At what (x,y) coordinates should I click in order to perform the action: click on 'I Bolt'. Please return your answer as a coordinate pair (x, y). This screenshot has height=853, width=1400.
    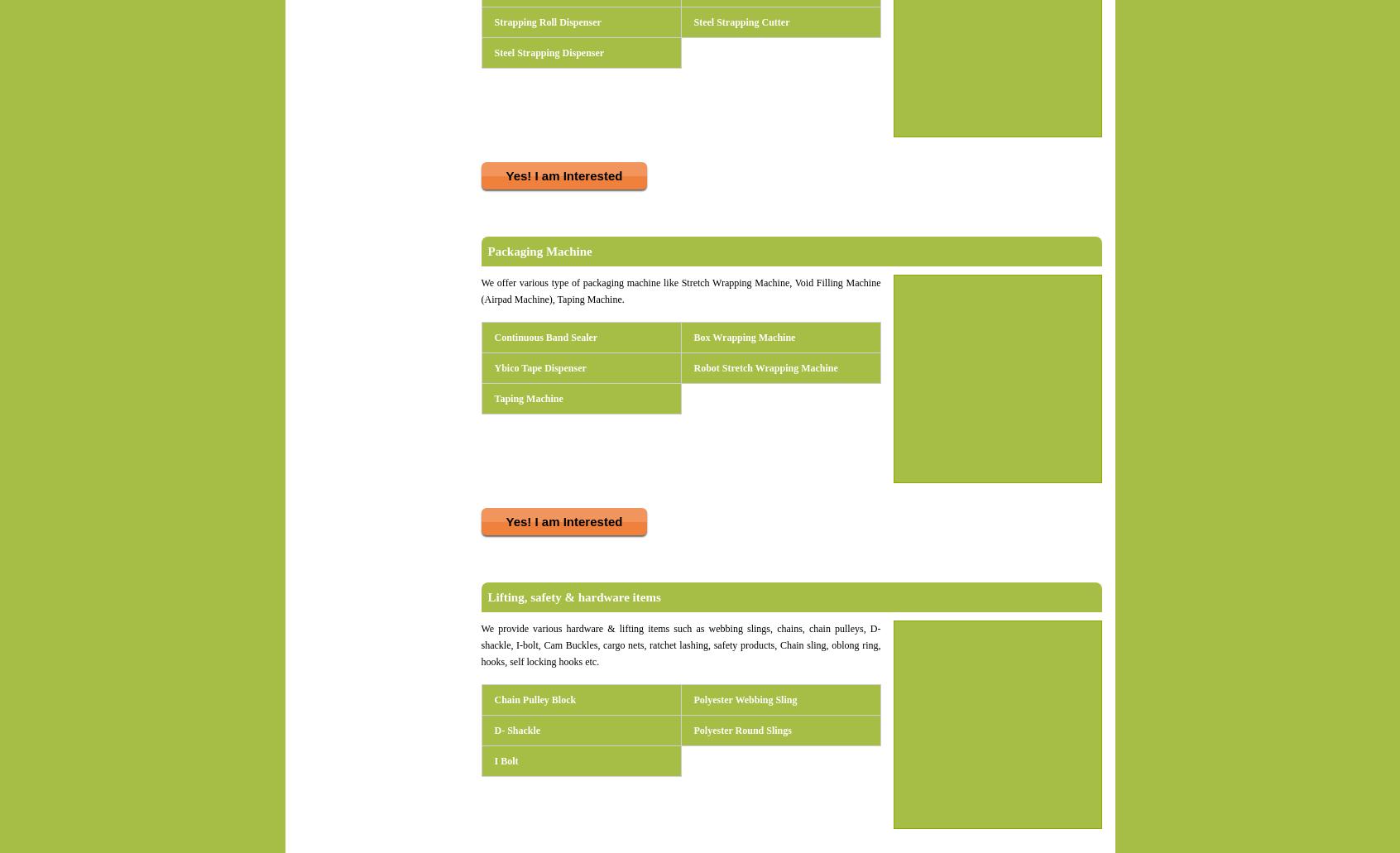
    Looking at the image, I should click on (505, 760).